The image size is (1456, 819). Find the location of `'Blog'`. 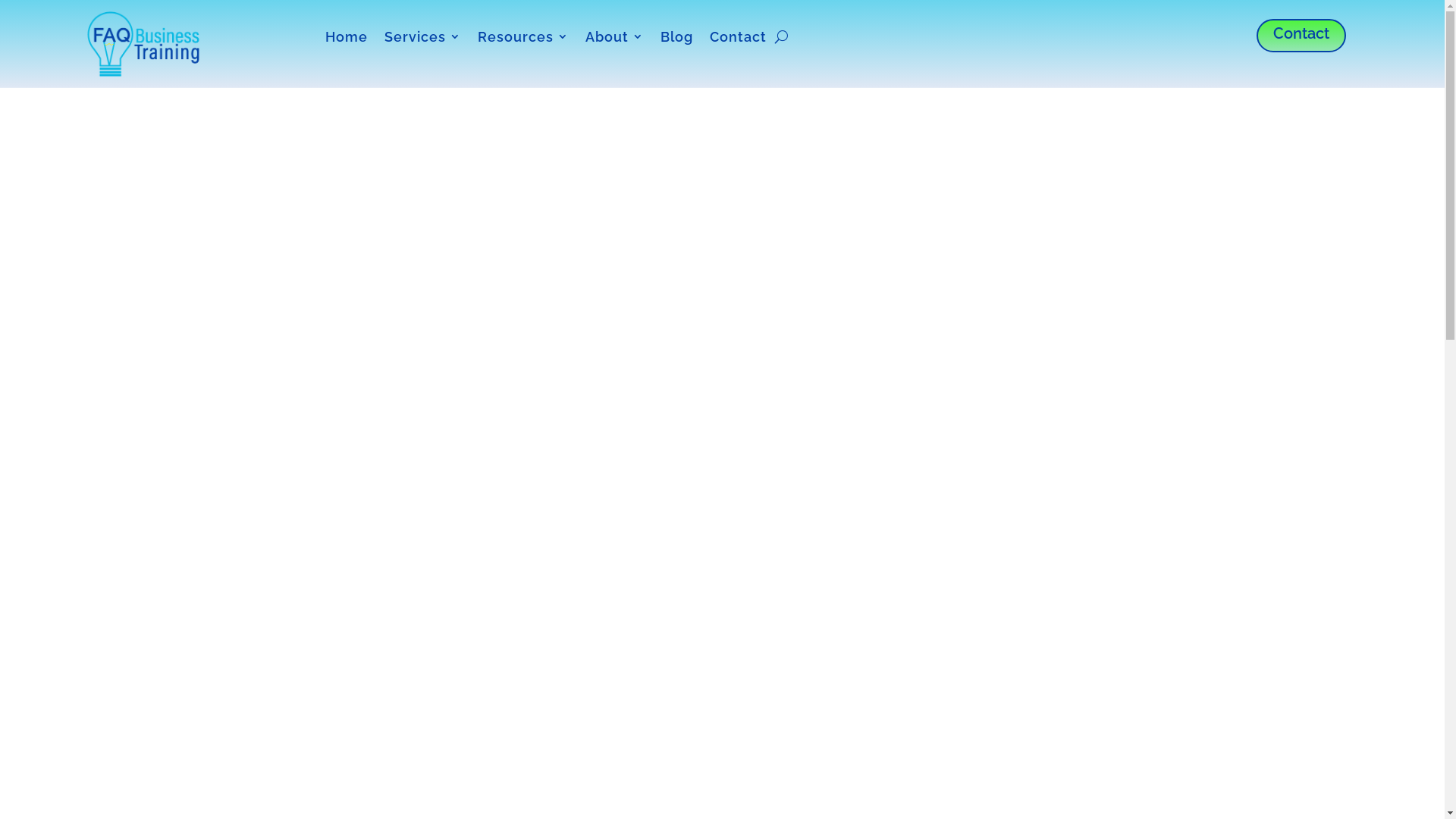

'Blog' is located at coordinates (676, 39).